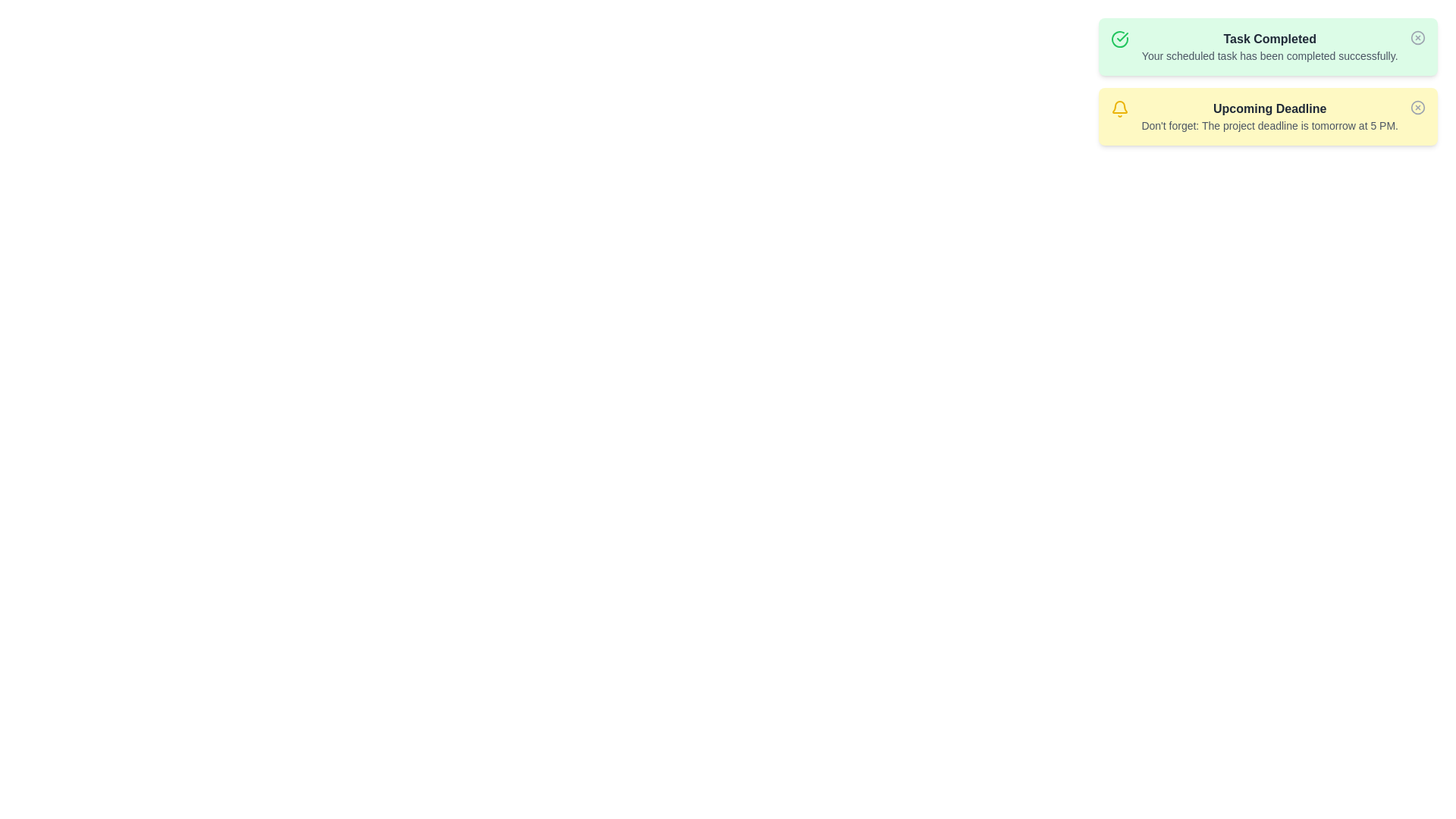 Image resolution: width=1456 pixels, height=819 pixels. What do you see at coordinates (1269, 38) in the screenshot?
I see `the alert title 'Task Completed' to inspect it` at bounding box center [1269, 38].